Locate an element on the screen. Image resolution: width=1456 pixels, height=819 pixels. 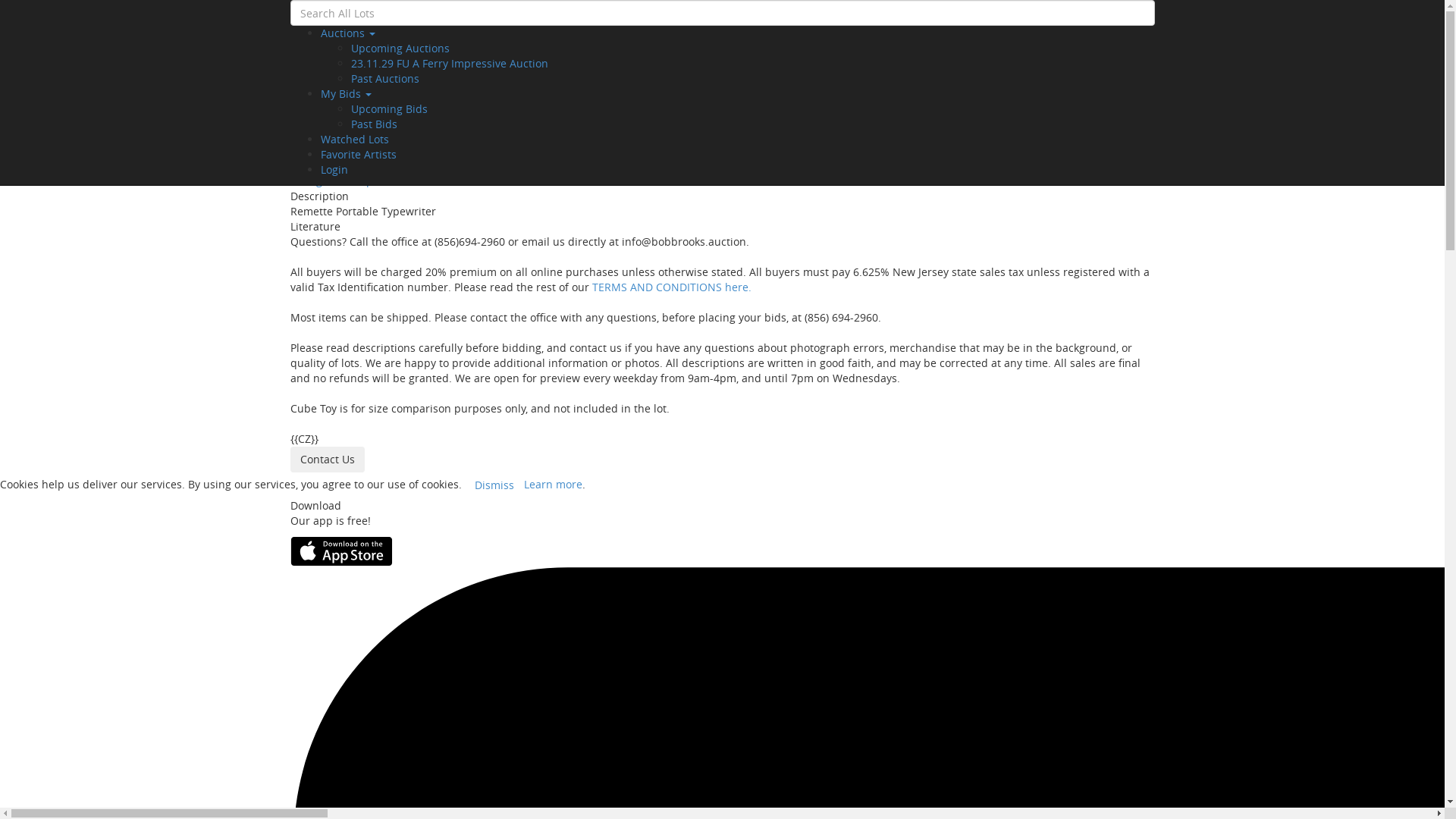
'Upcoming Bids' is located at coordinates (388, 108).